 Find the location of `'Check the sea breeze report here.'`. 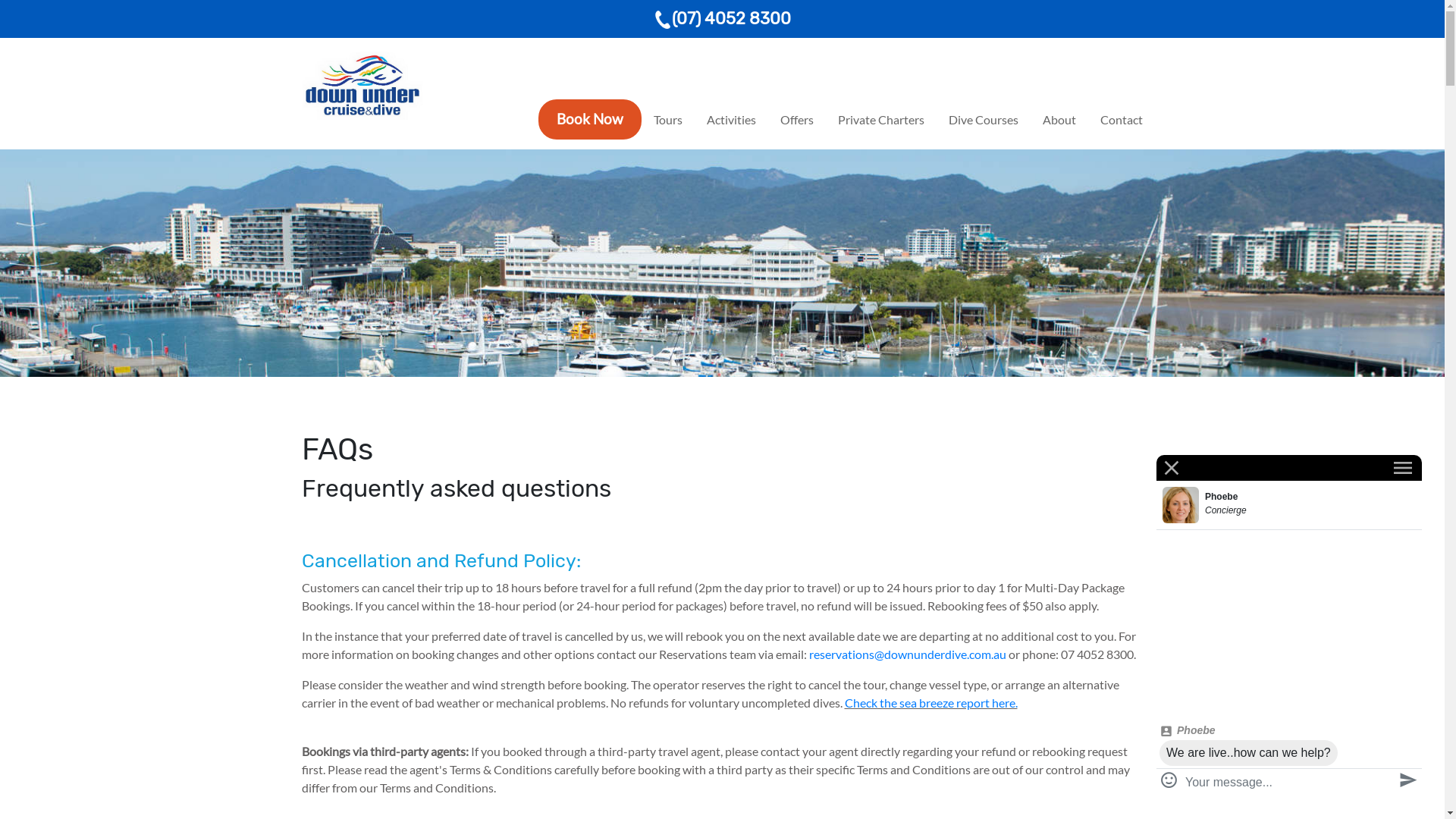

'Check the sea breeze report here.' is located at coordinates (843, 702).